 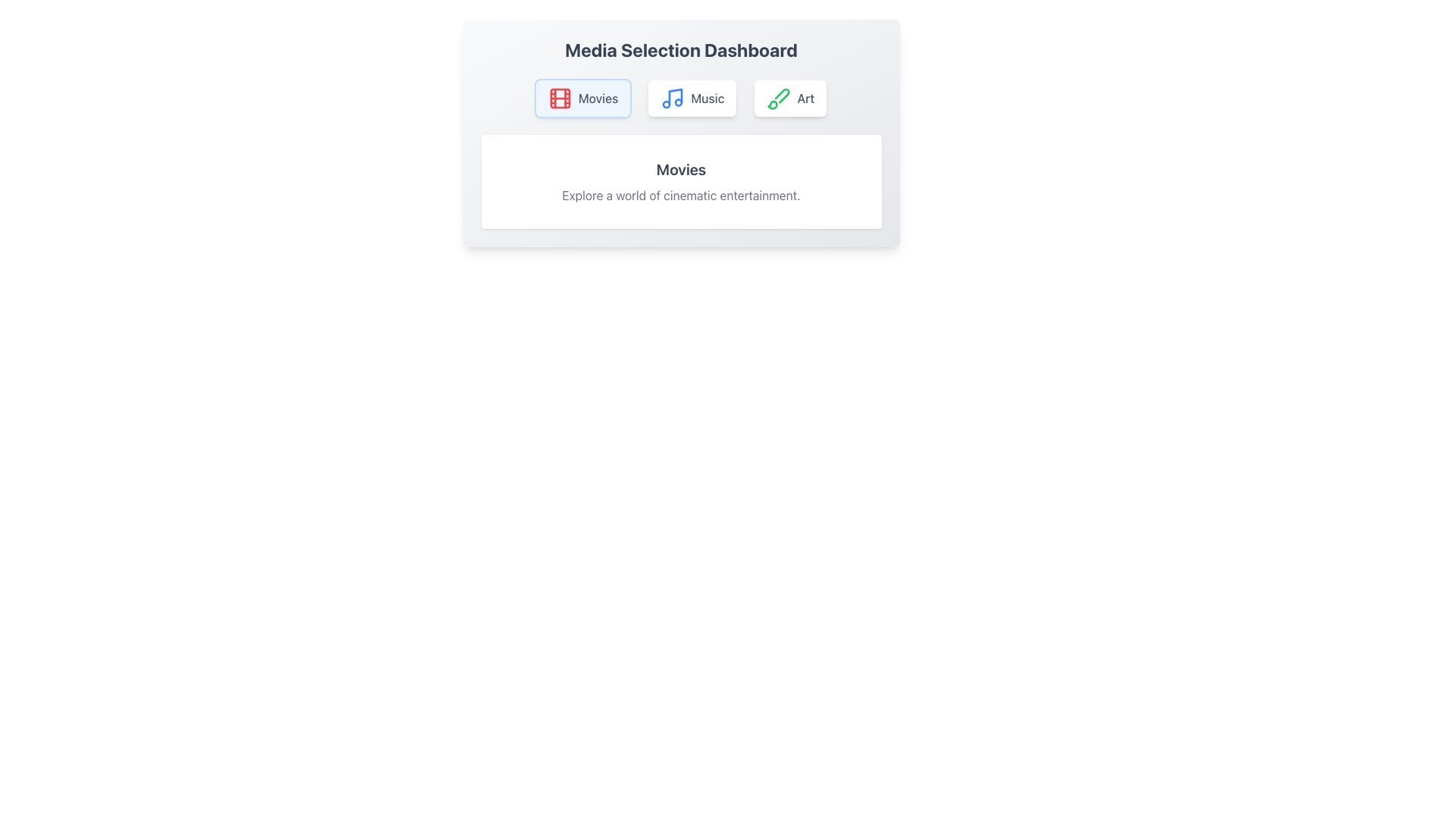 I want to click on the 'Movies' icon located on the left side of the 'Movies' button, so click(x=559, y=99).